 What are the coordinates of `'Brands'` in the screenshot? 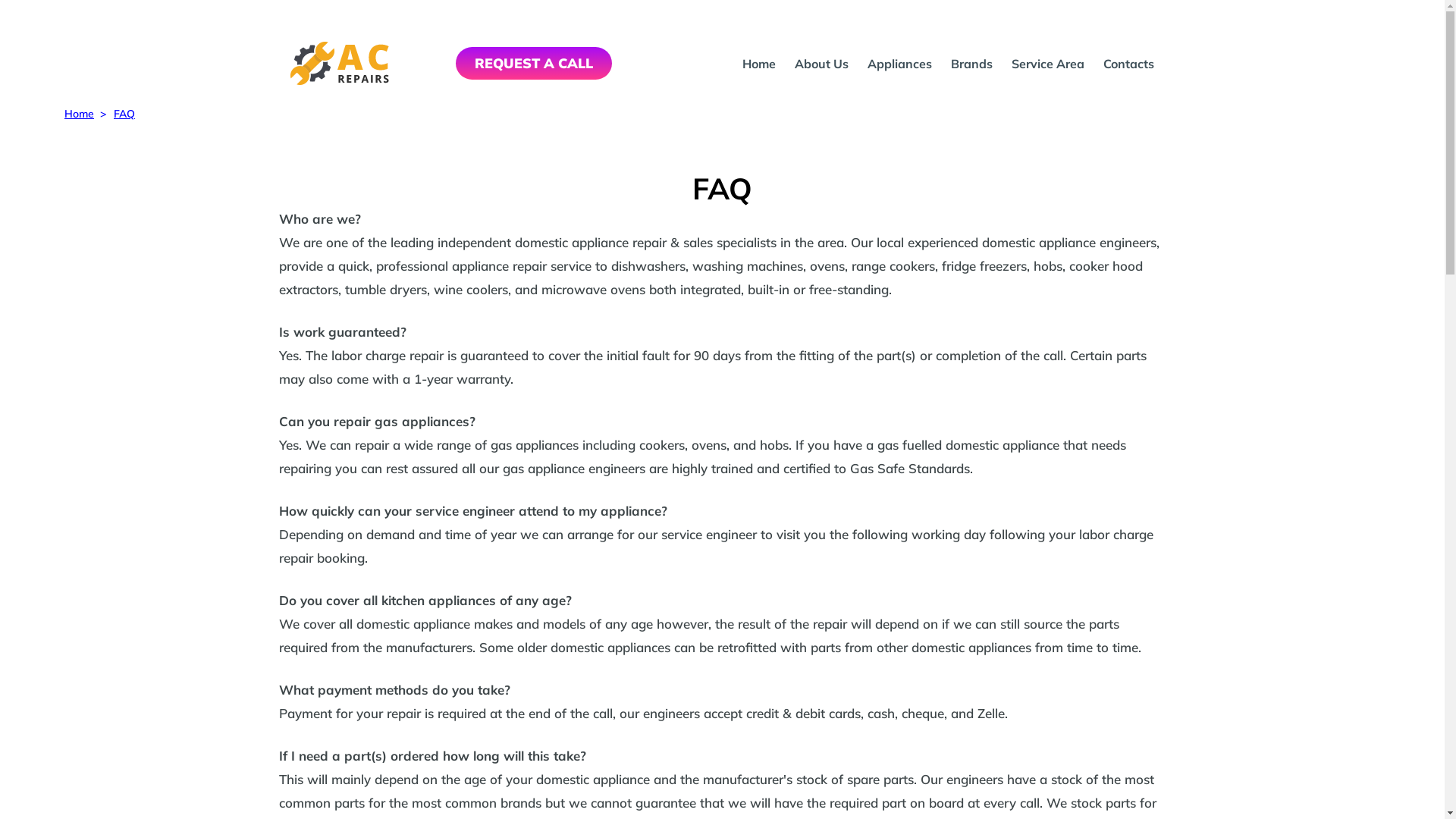 It's located at (971, 63).